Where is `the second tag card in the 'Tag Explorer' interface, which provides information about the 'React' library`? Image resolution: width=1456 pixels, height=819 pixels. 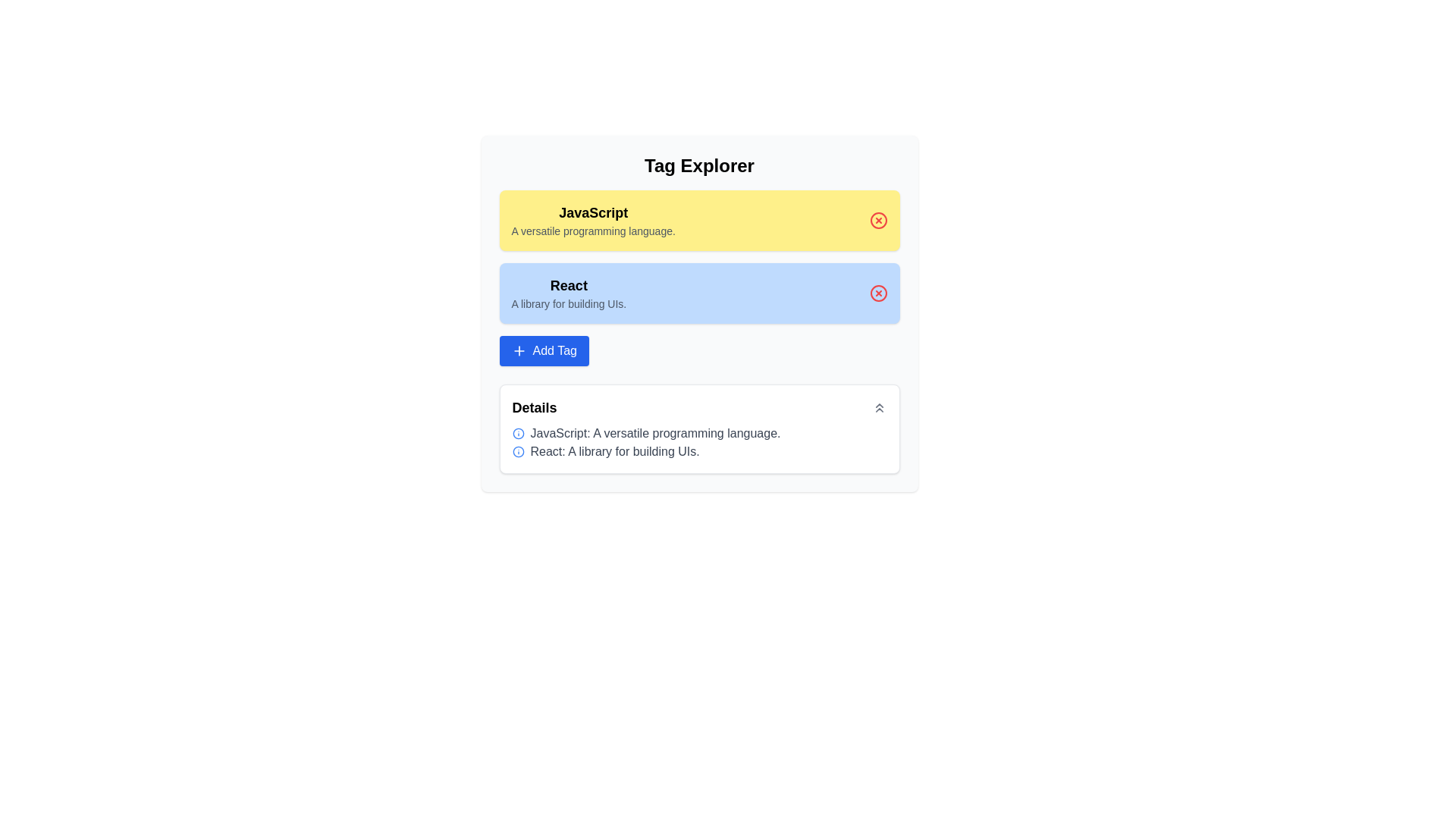
the second tag card in the 'Tag Explorer' interface, which provides information about the 'React' library is located at coordinates (568, 293).